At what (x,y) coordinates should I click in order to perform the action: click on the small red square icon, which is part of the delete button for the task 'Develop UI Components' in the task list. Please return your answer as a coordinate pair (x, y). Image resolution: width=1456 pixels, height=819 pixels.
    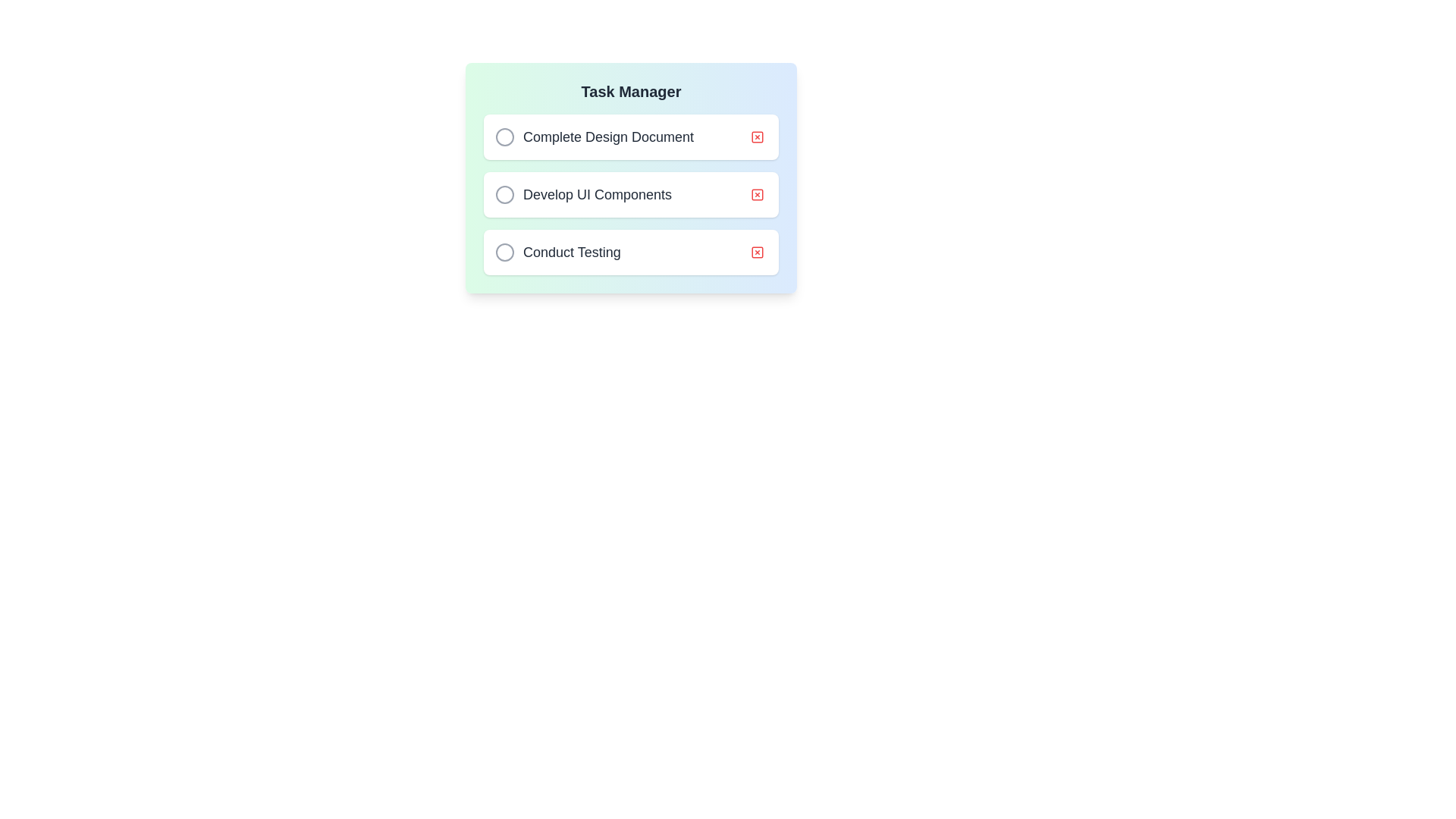
    Looking at the image, I should click on (757, 194).